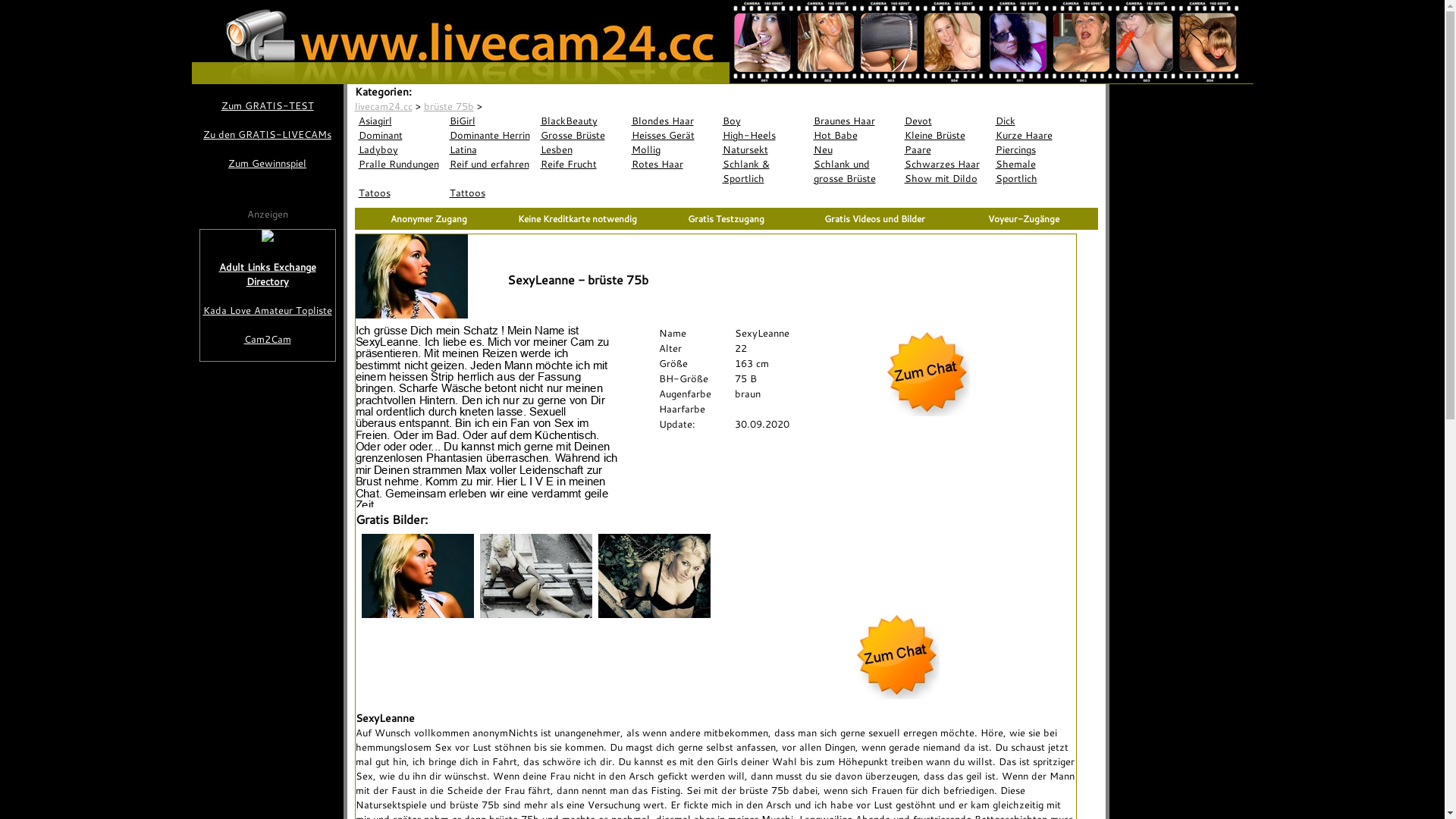 This screenshot has height=819, width=1456. Describe the element at coordinates (266, 105) in the screenshot. I see `'Zum GRATIS-TEST'` at that location.